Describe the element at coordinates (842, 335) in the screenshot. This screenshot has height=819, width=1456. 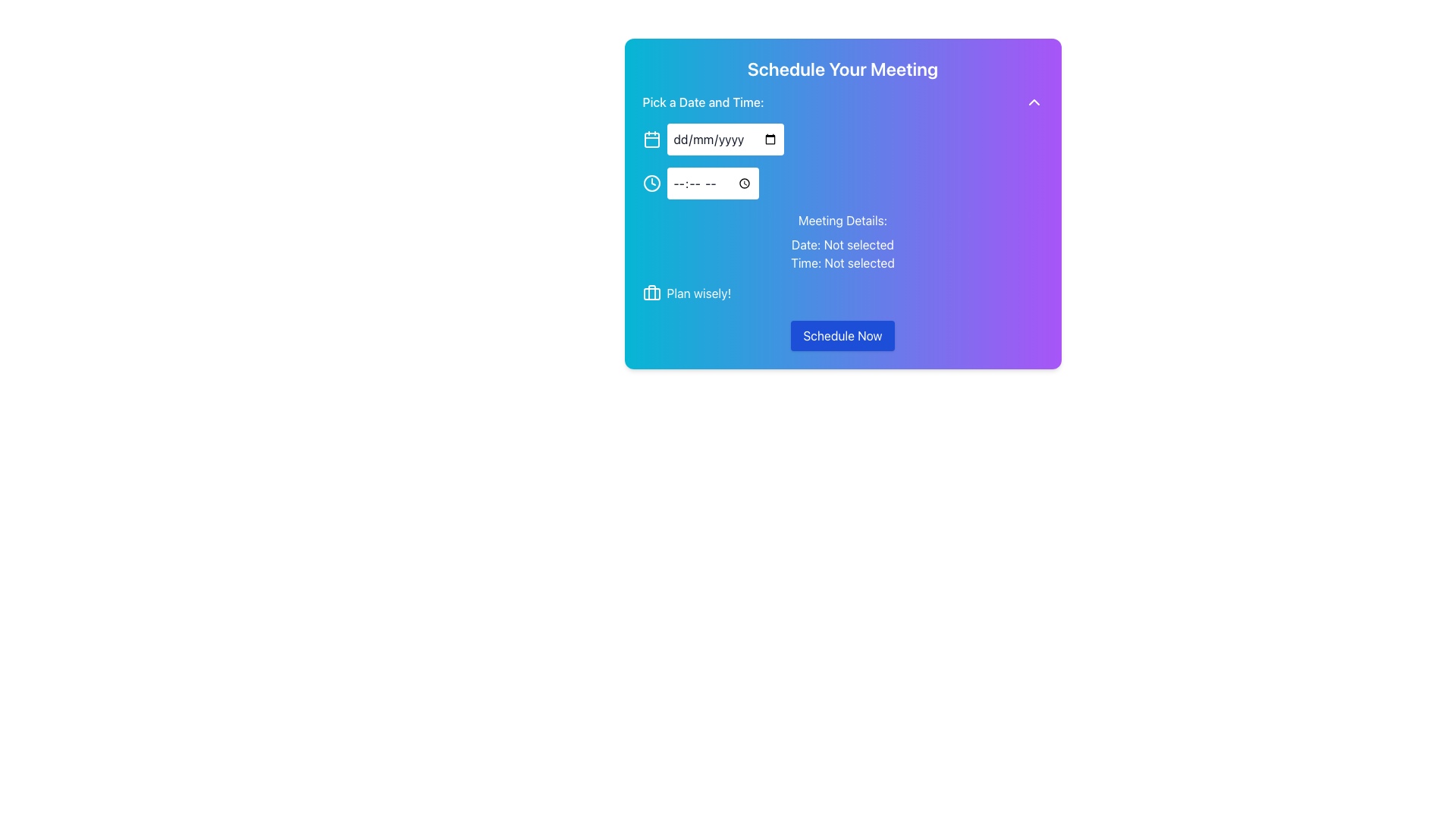
I see `the scheduling button located at the lower right of the 'Schedule Your Meeting' card to observe the hover effect` at that location.